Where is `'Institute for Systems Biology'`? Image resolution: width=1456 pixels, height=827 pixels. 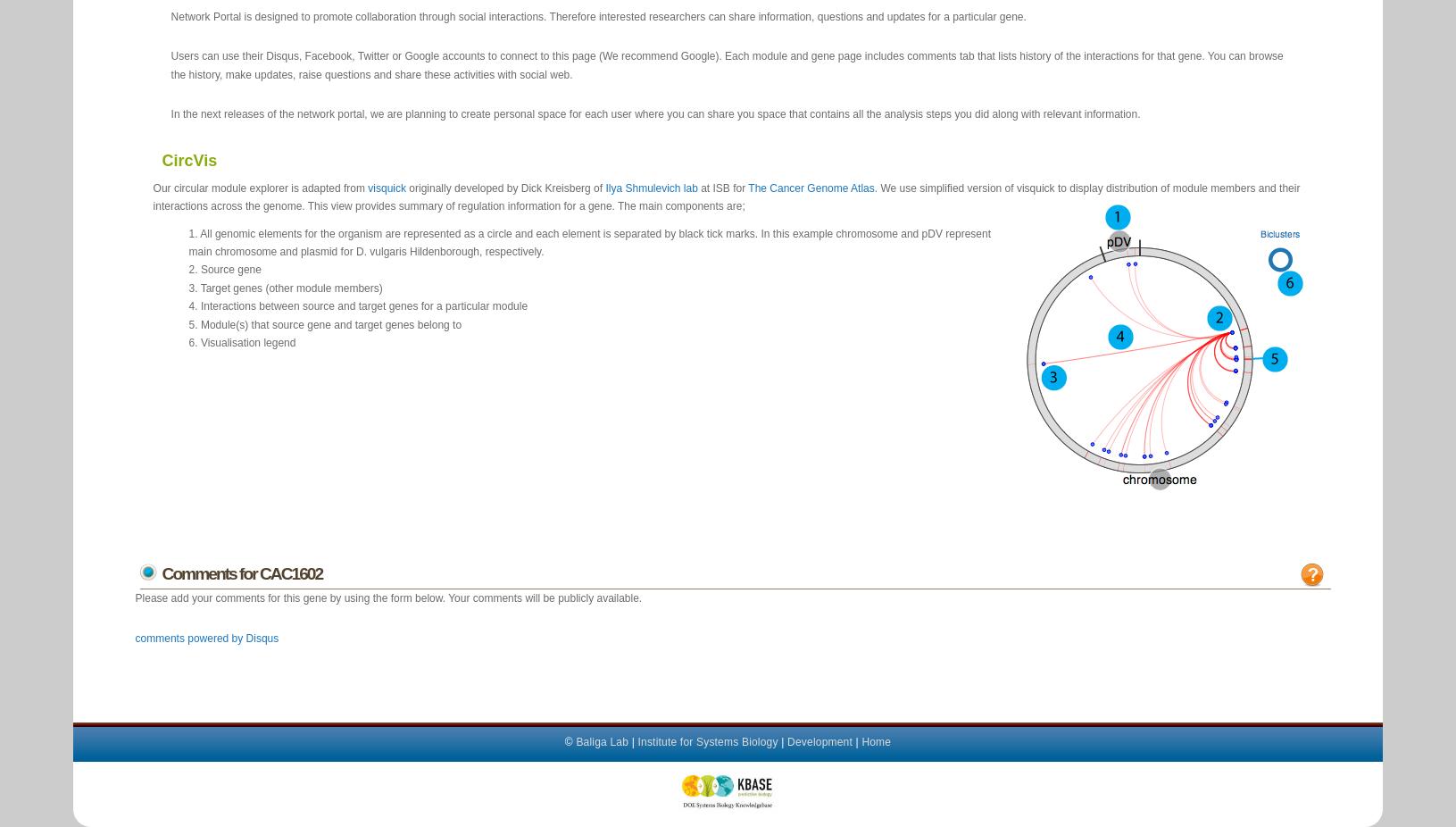
'Institute for Systems Biology' is located at coordinates (636, 740).